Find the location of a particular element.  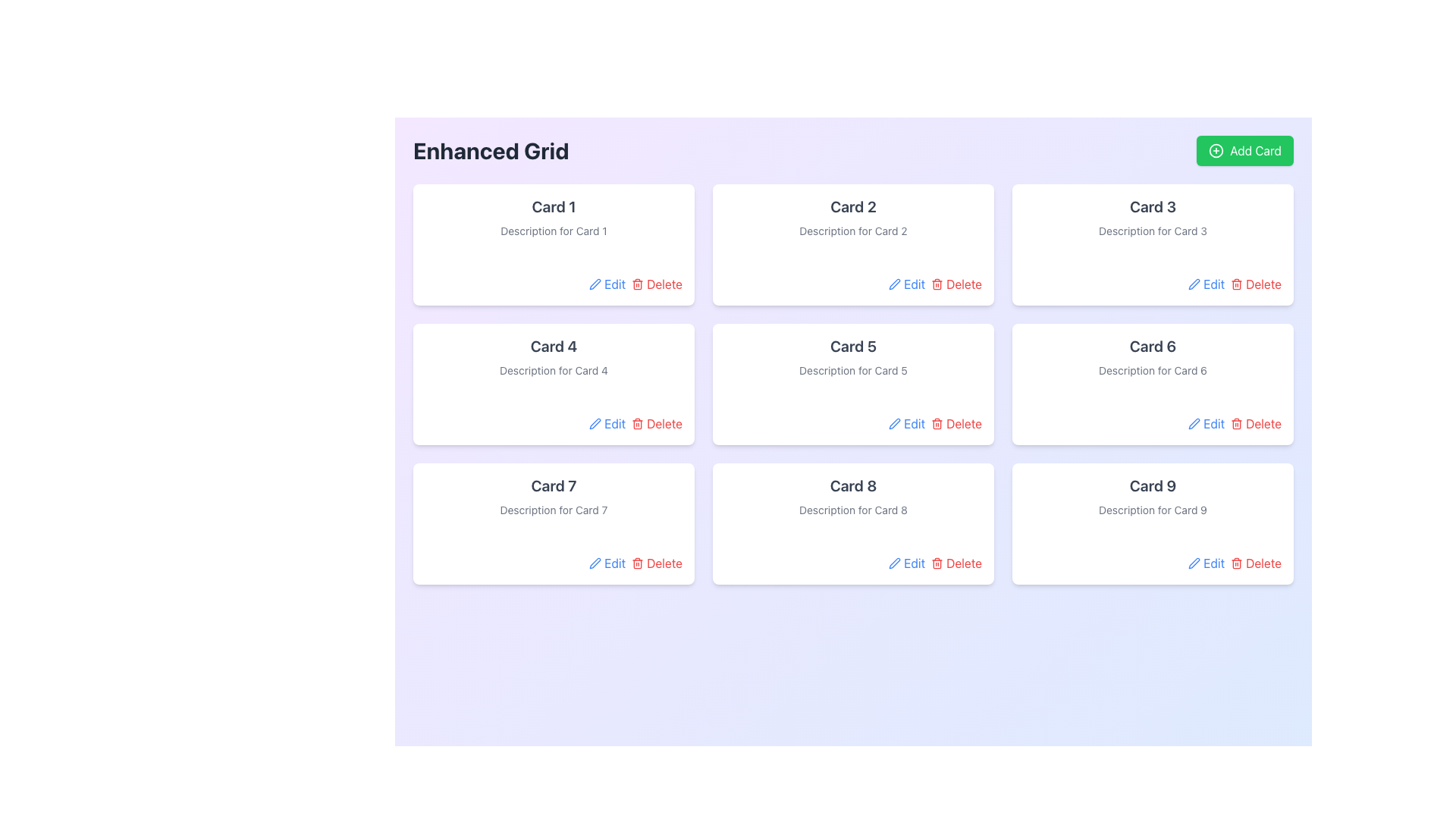

the delete button located in the first column of the second row under the 'Edit' button in 'Card 4' is located at coordinates (657, 424).